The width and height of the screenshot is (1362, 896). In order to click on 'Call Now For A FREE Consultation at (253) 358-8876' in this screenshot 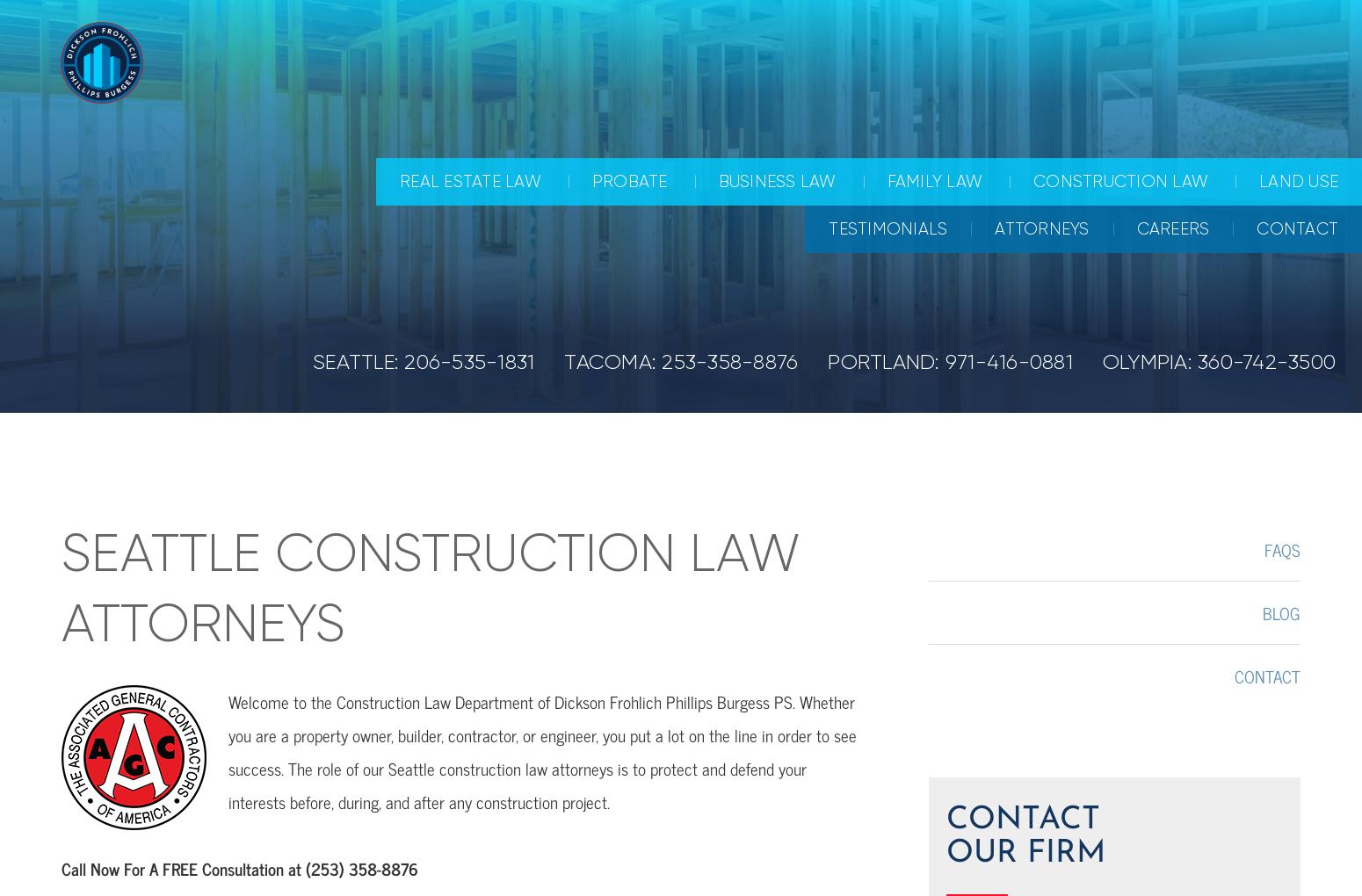, I will do `click(239, 868)`.